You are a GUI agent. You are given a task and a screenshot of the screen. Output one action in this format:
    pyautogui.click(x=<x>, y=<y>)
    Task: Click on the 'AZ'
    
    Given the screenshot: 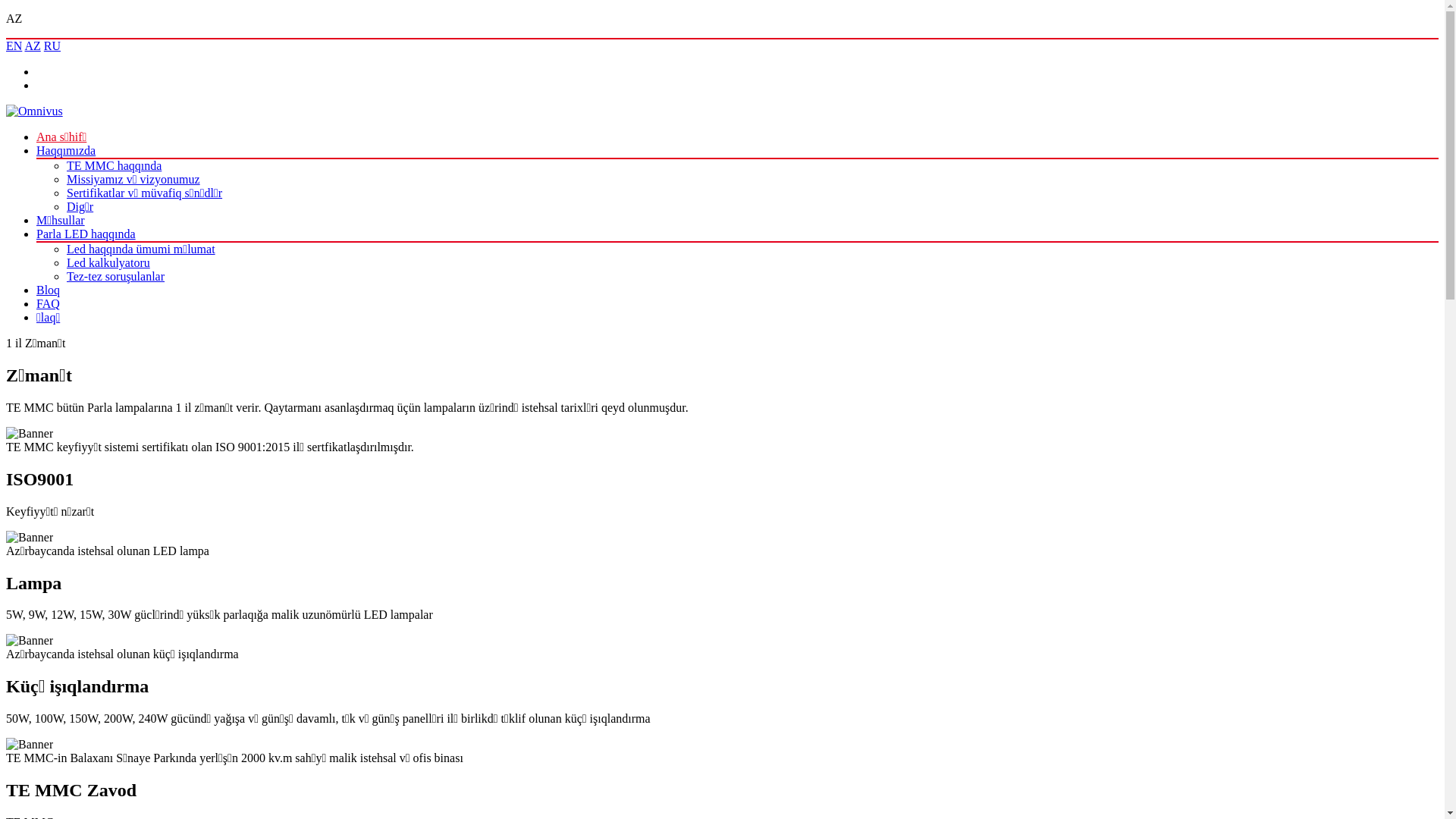 What is the action you would take?
    pyautogui.click(x=24, y=45)
    